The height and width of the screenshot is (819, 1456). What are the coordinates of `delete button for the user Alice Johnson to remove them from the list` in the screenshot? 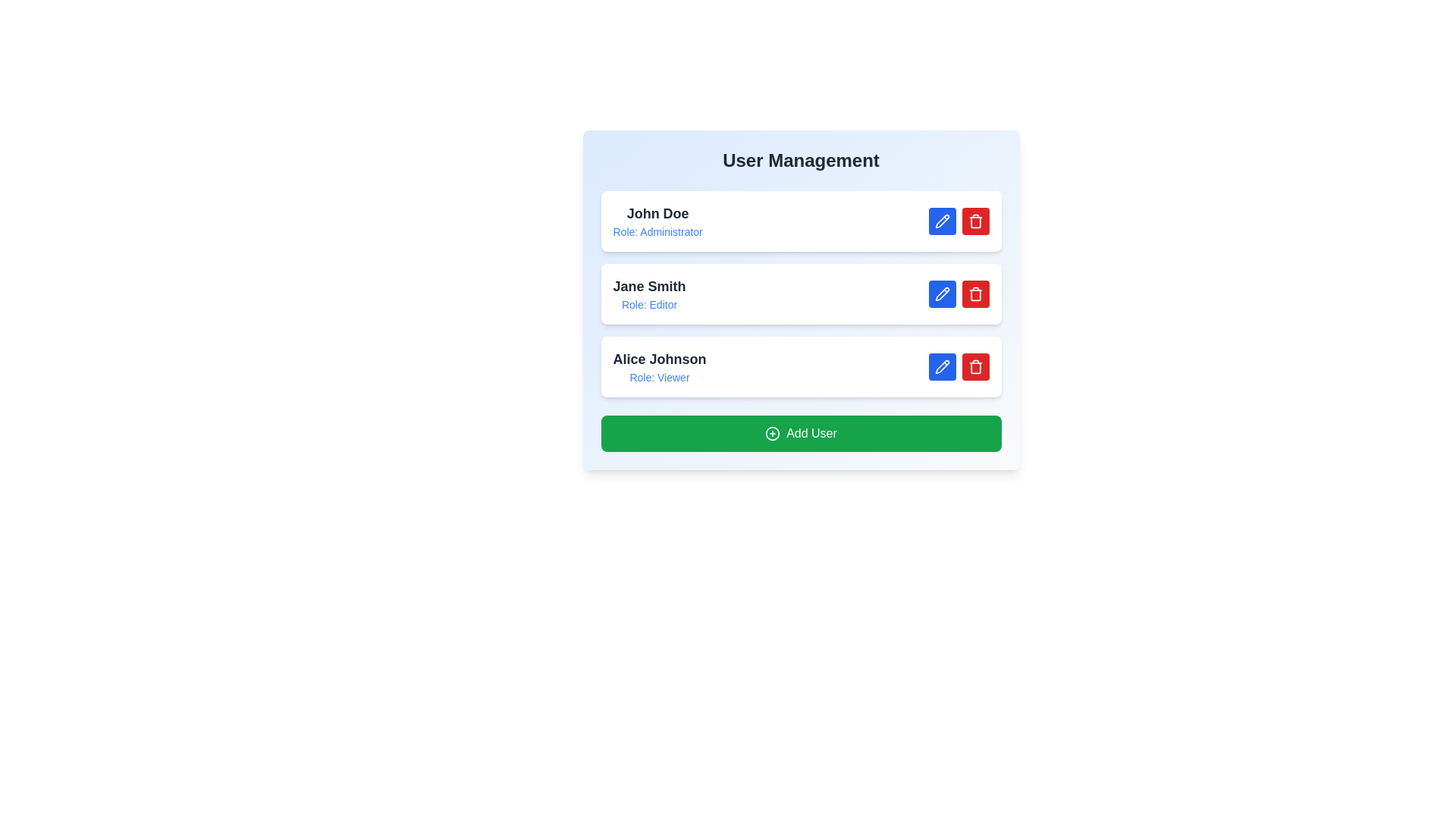 It's located at (975, 366).